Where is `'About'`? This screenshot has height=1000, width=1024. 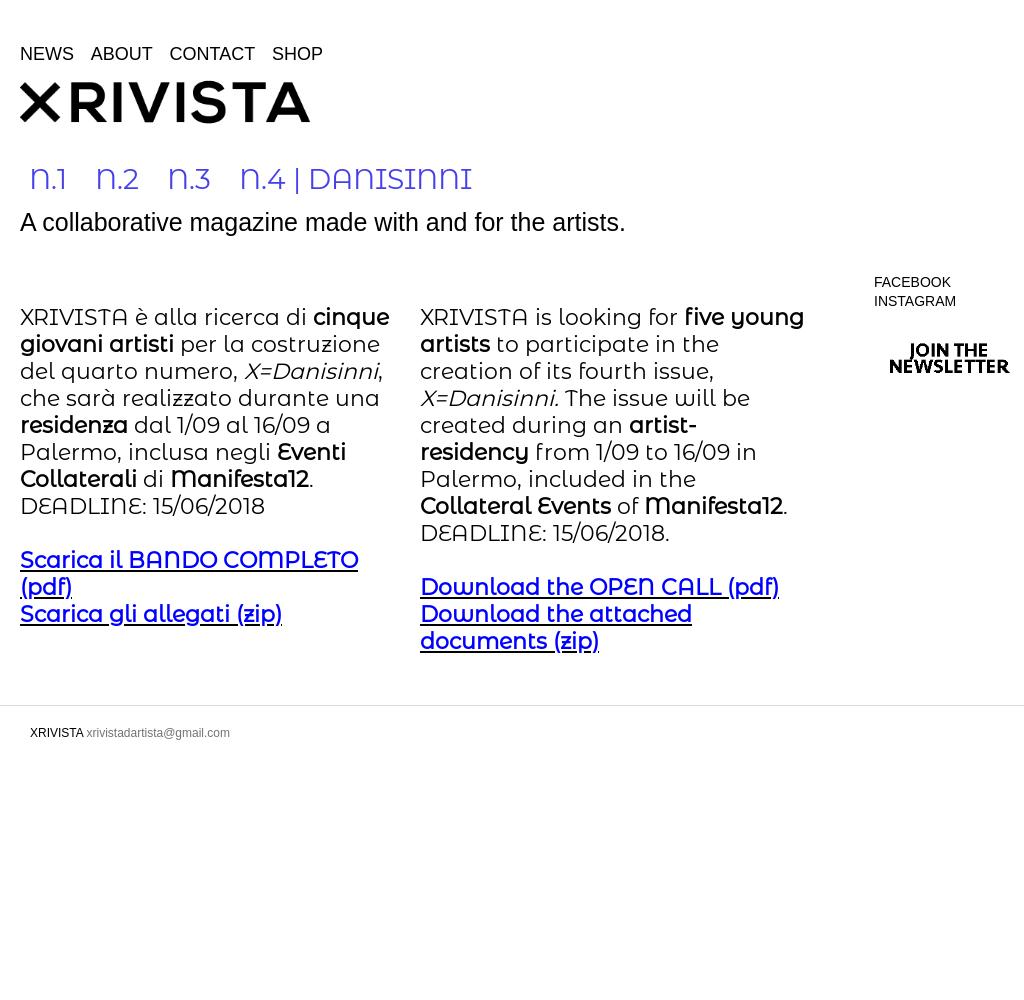 'About' is located at coordinates (90, 54).